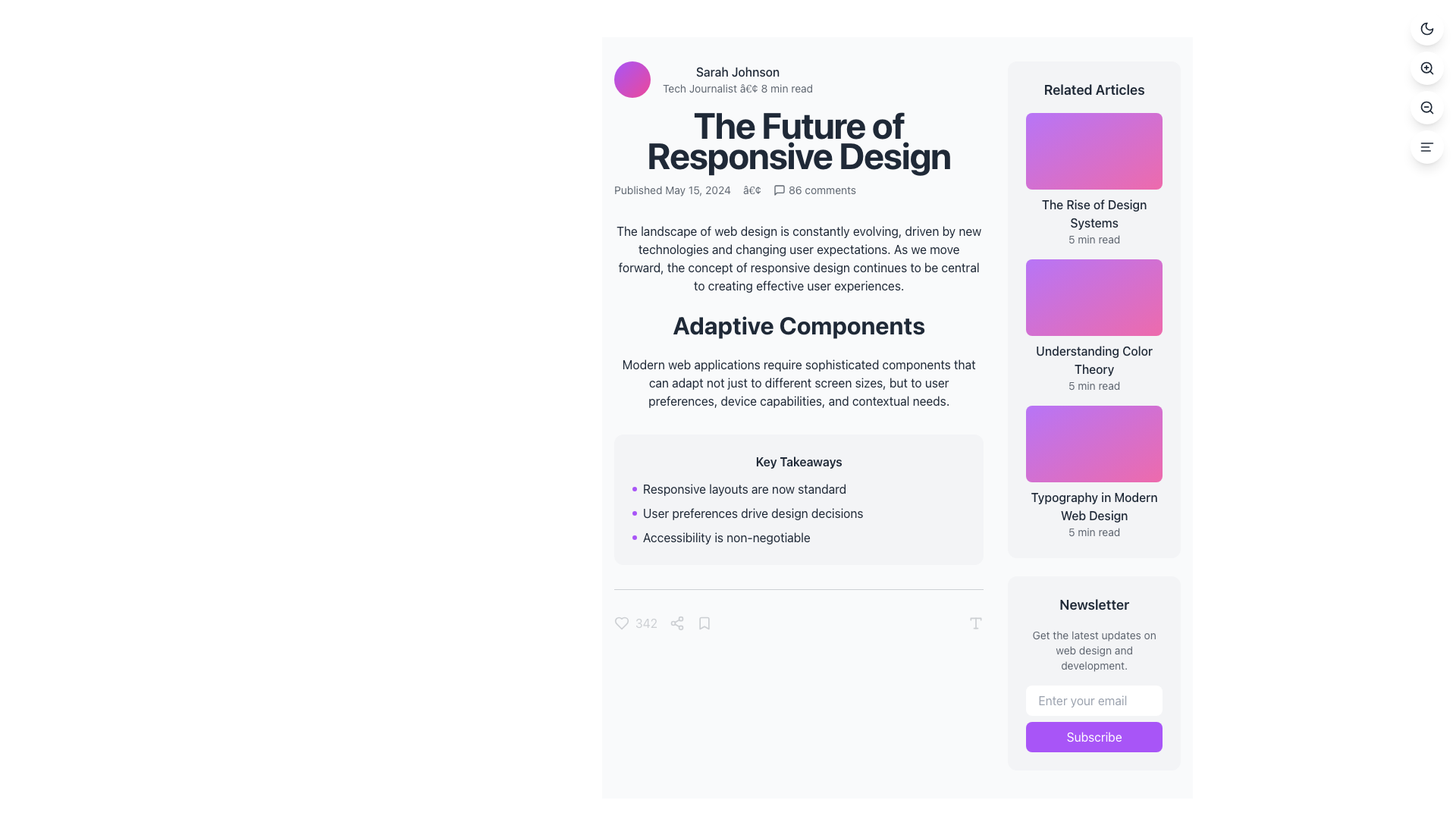 The image size is (1456, 819). What do you see at coordinates (1426, 87) in the screenshot?
I see `the second button from the top in a vertical stack of four circular buttons on the right side of the interface to zoom in` at bounding box center [1426, 87].